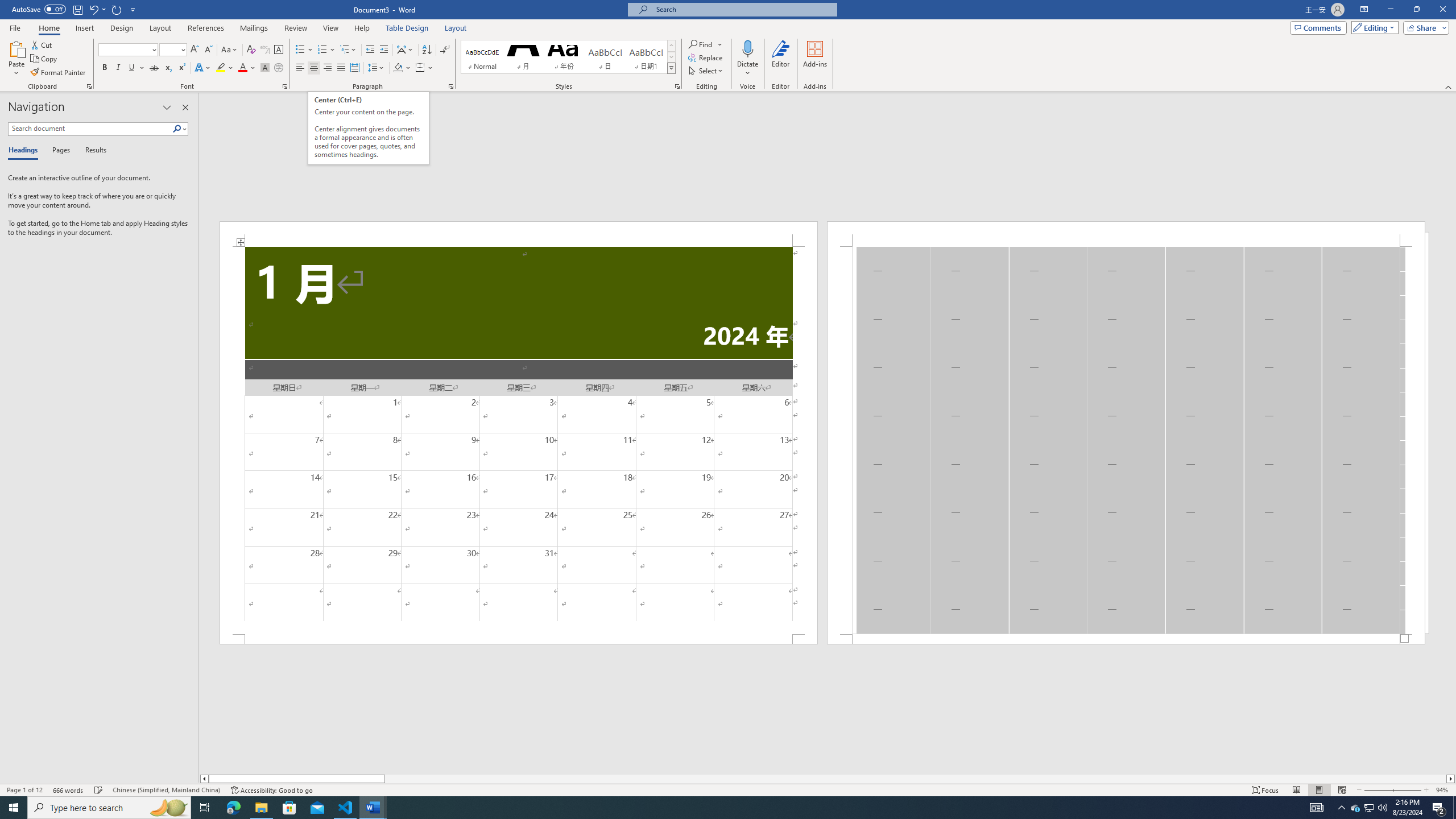  Describe the element at coordinates (264, 67) in the screenshot. I see `'Character Shading'` at that location.